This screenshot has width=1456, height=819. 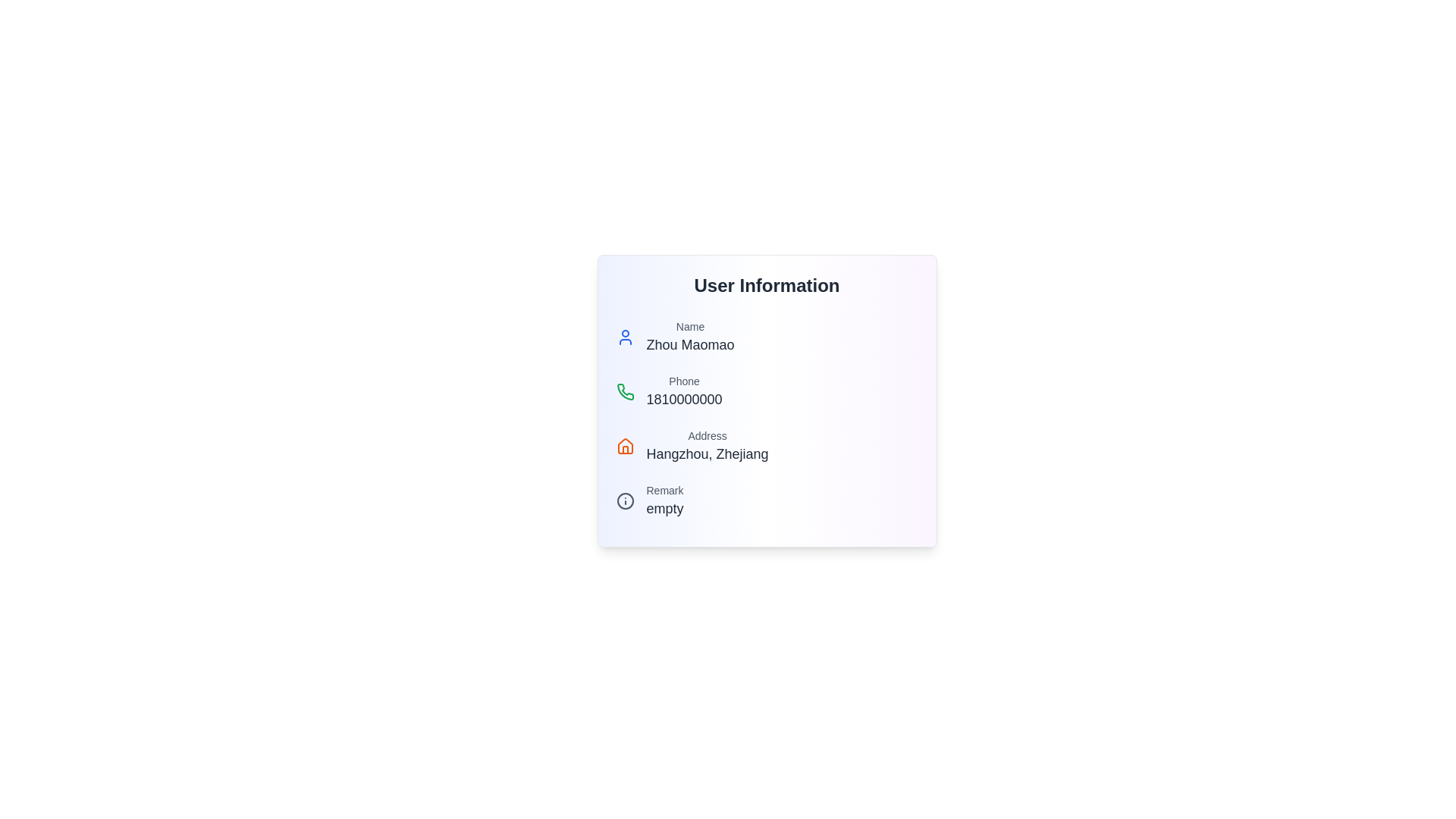 What do you see at coordinates (683, 380) in the screenshot?
I see `the static text label displaying the word 'Phone', which is styled in gray and positioned above the phone number '1810000000'` at bounding box center [683, 380].